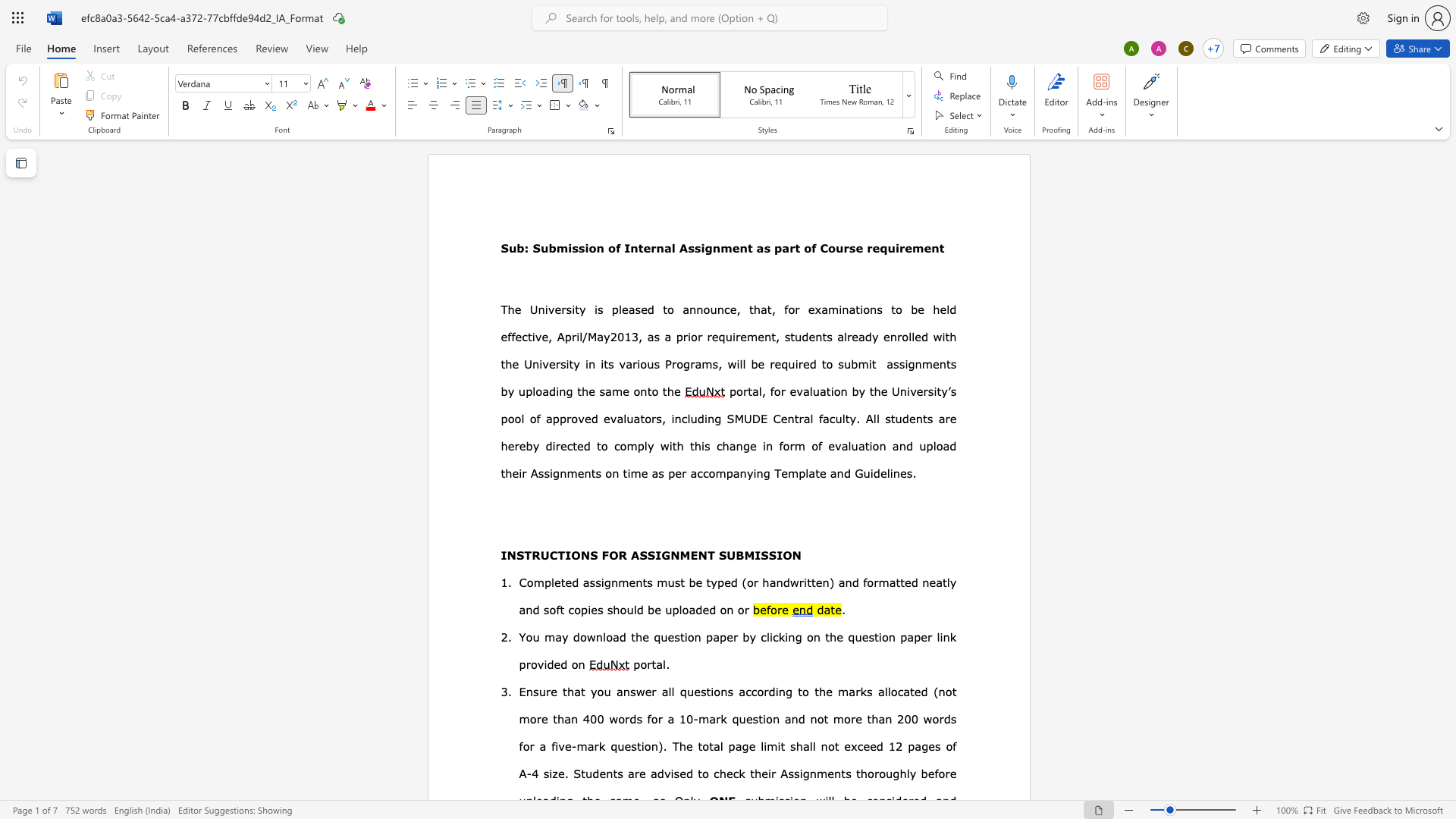 The width and height of the screenshot is (1456, 819). I want to click on the space between the continuous character "i" and "d" in the text, so click(874, 472).